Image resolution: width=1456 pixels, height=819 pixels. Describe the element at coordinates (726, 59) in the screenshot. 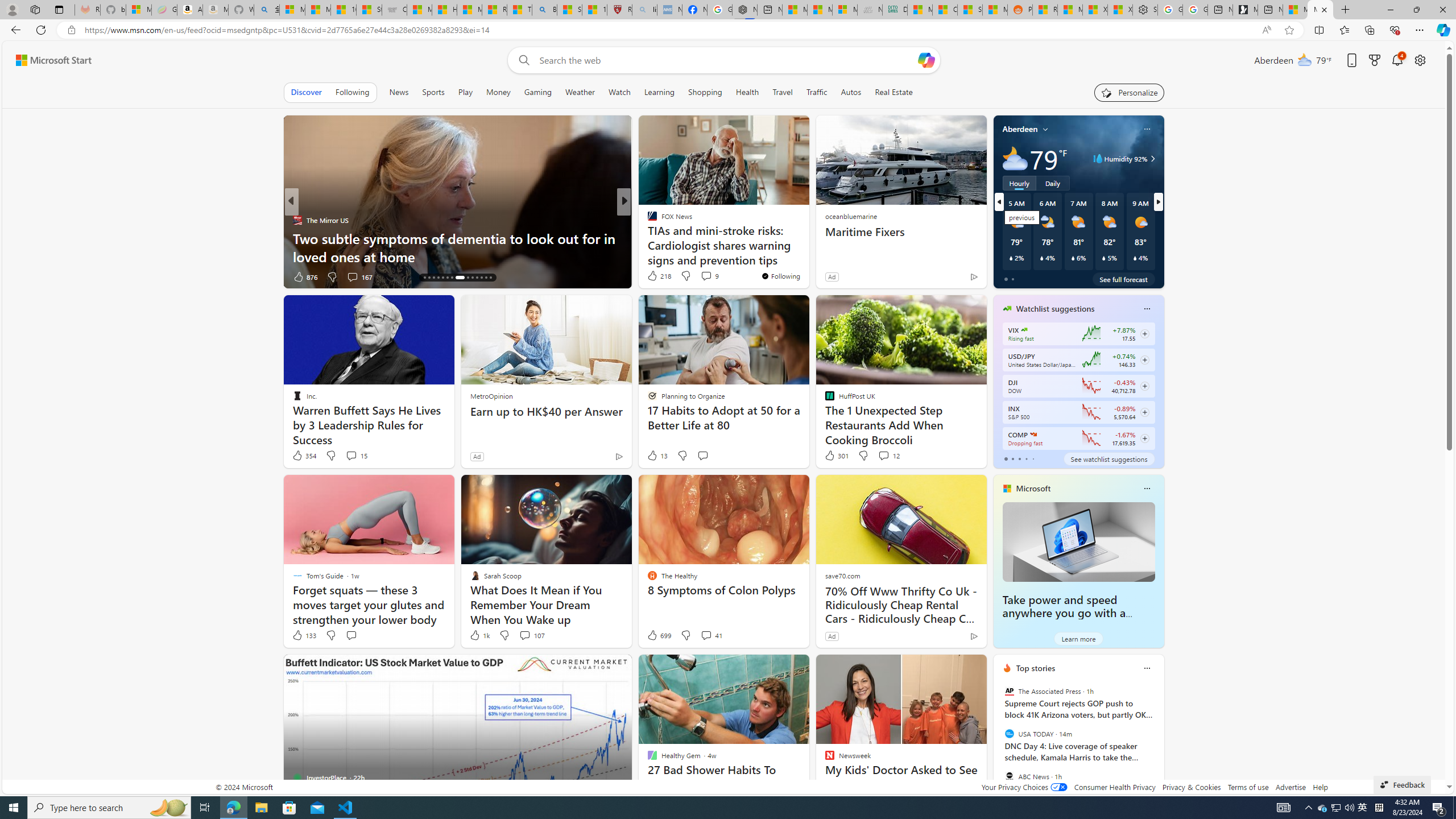

I see `'Enter your search term'` at that location.